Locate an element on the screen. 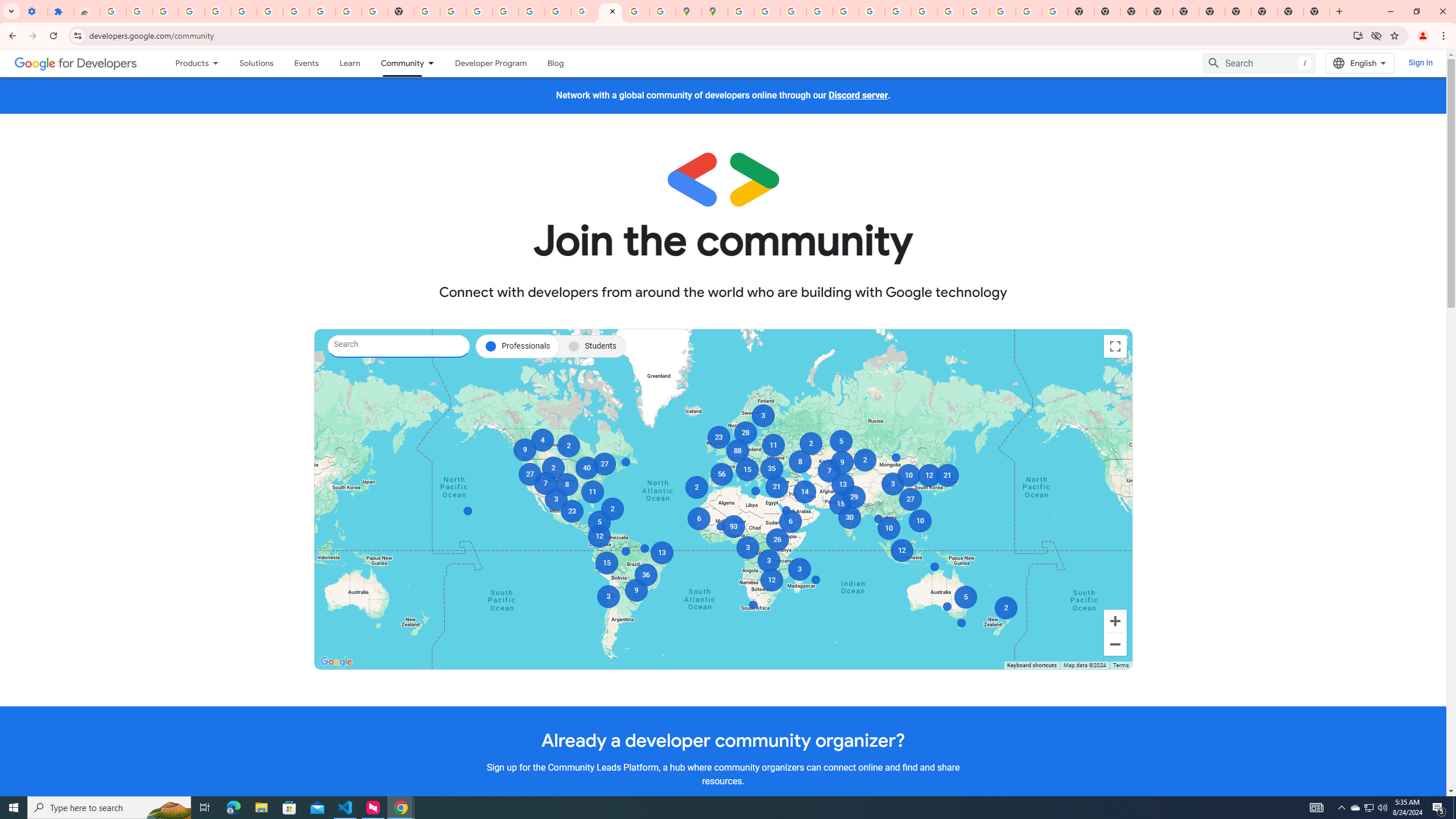 The width and height of the screenshot is (1456, 819). '26' is located at coordinates (777, 539).